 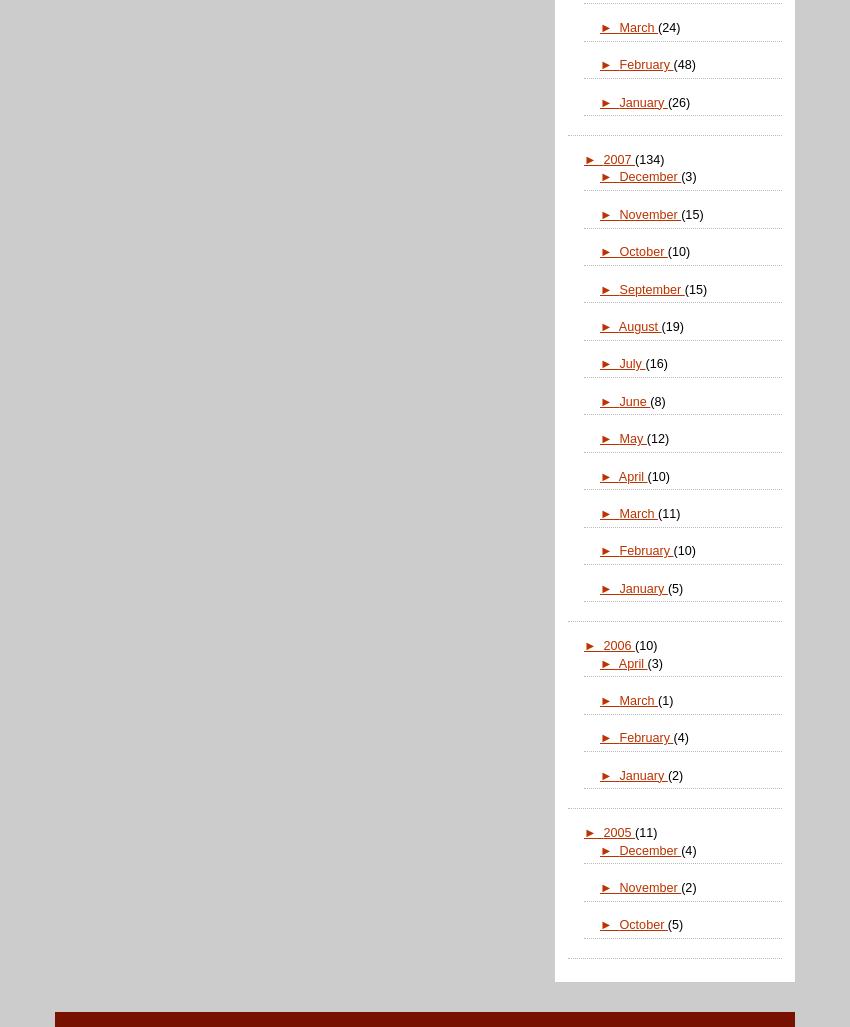 I want to click on 'September', so click(x=651, y=287).